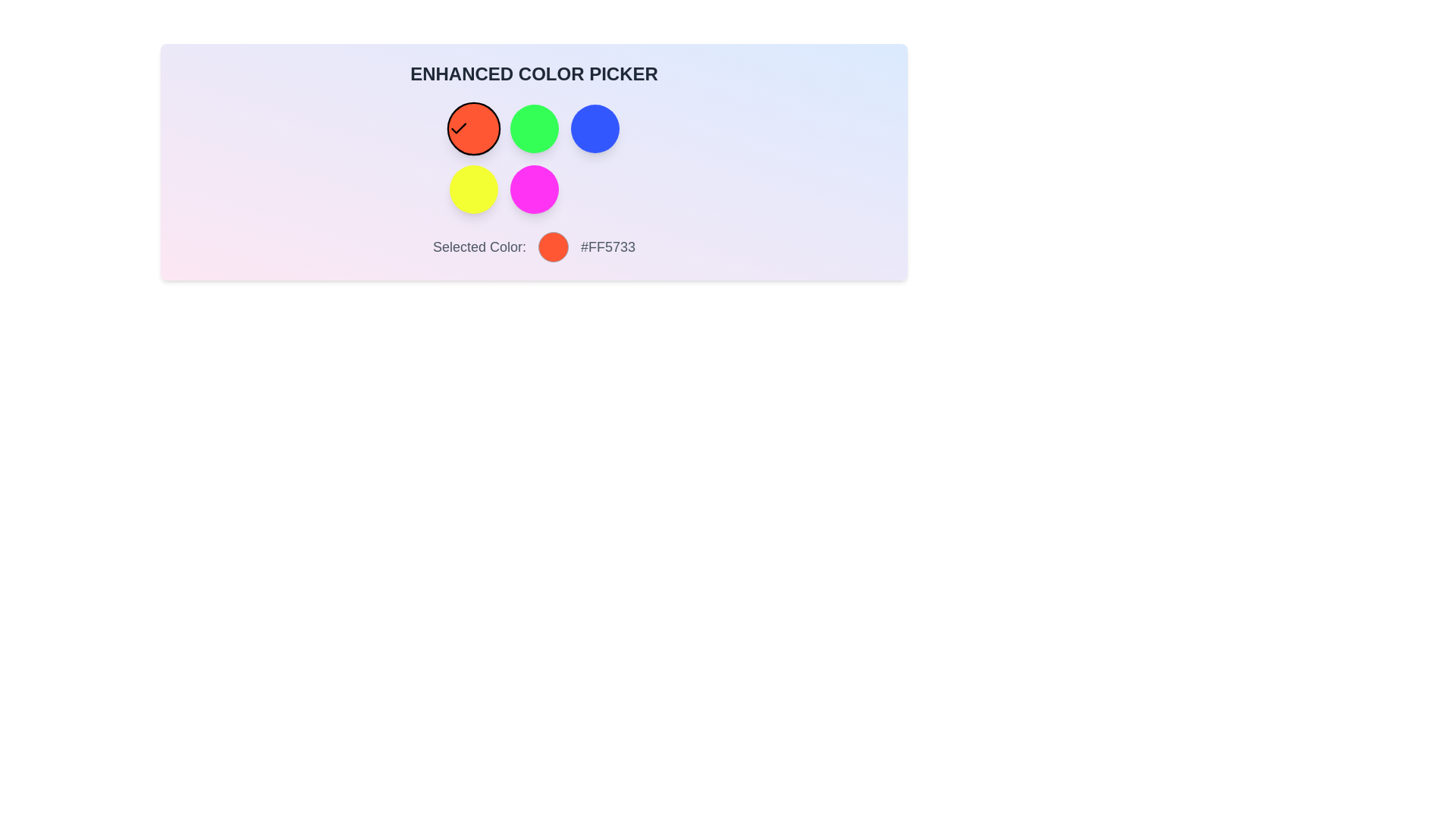 The width and height of the screenshot is (1456, 819). Describe the element at coordinates (534, 189) in the screenshot. I see `the vibrant pink circular button located in the bottom row, middle column of the grid layout` at that location.